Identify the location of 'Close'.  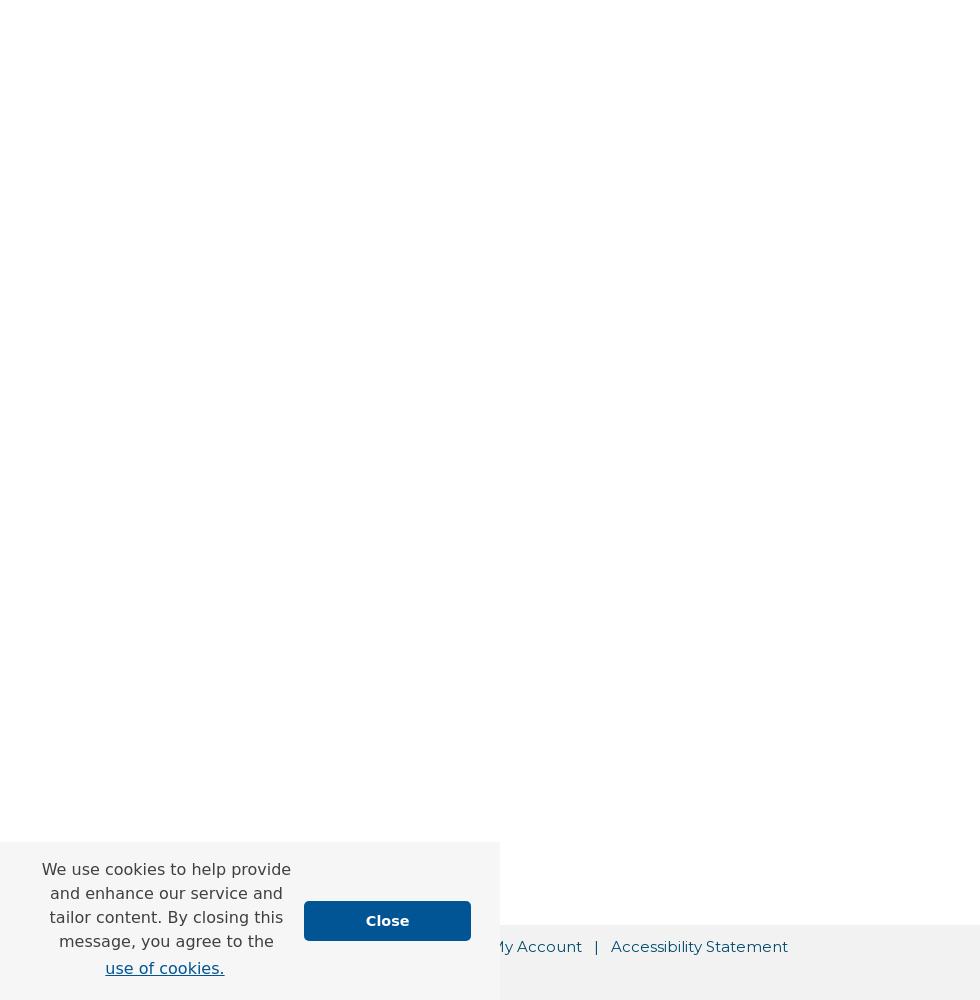
(364, 920).